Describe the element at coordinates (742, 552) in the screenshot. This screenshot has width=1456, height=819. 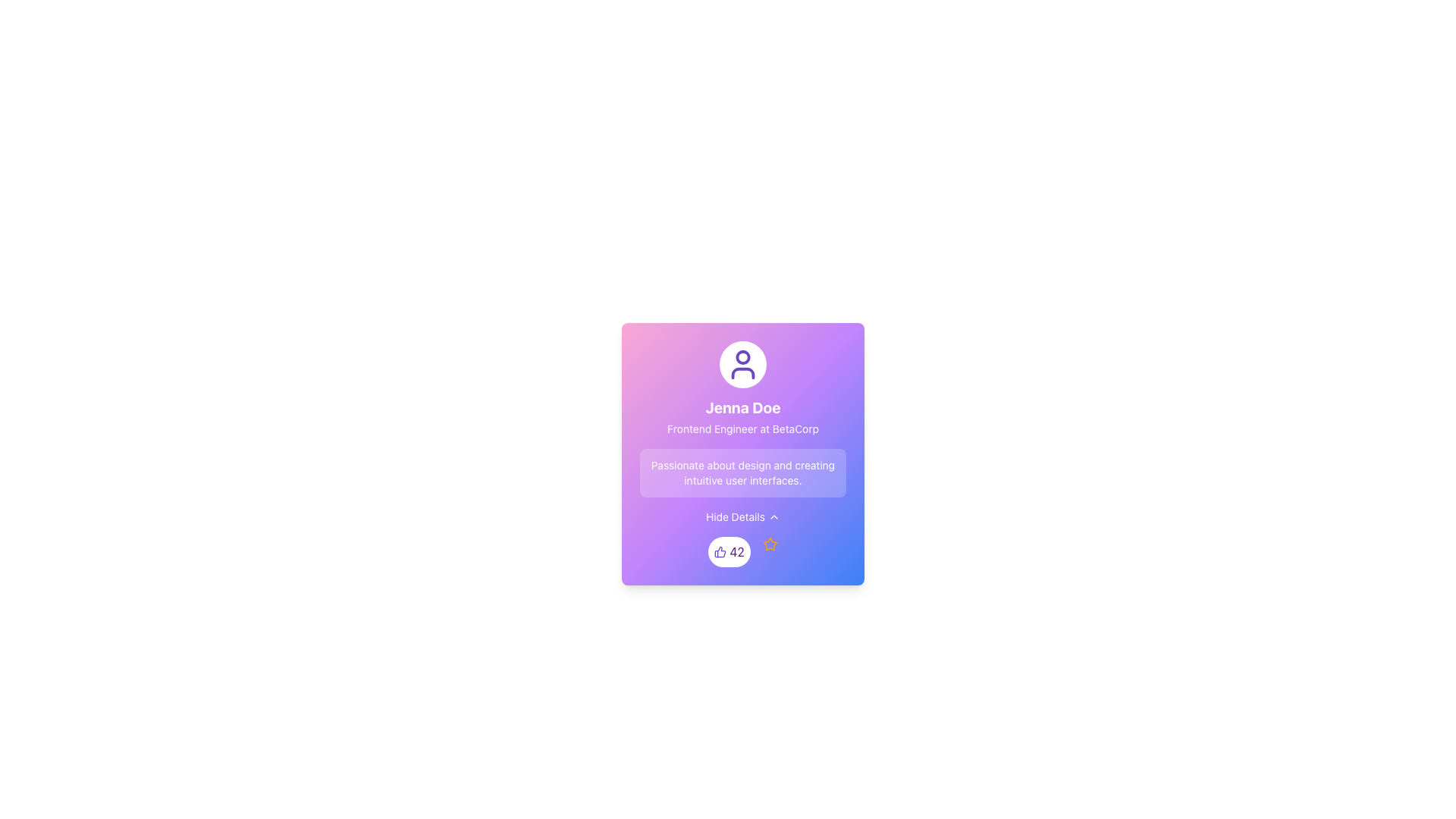
I see `the circular white button with a purple thumbs-up icon and the number '42' next to it` at that location.